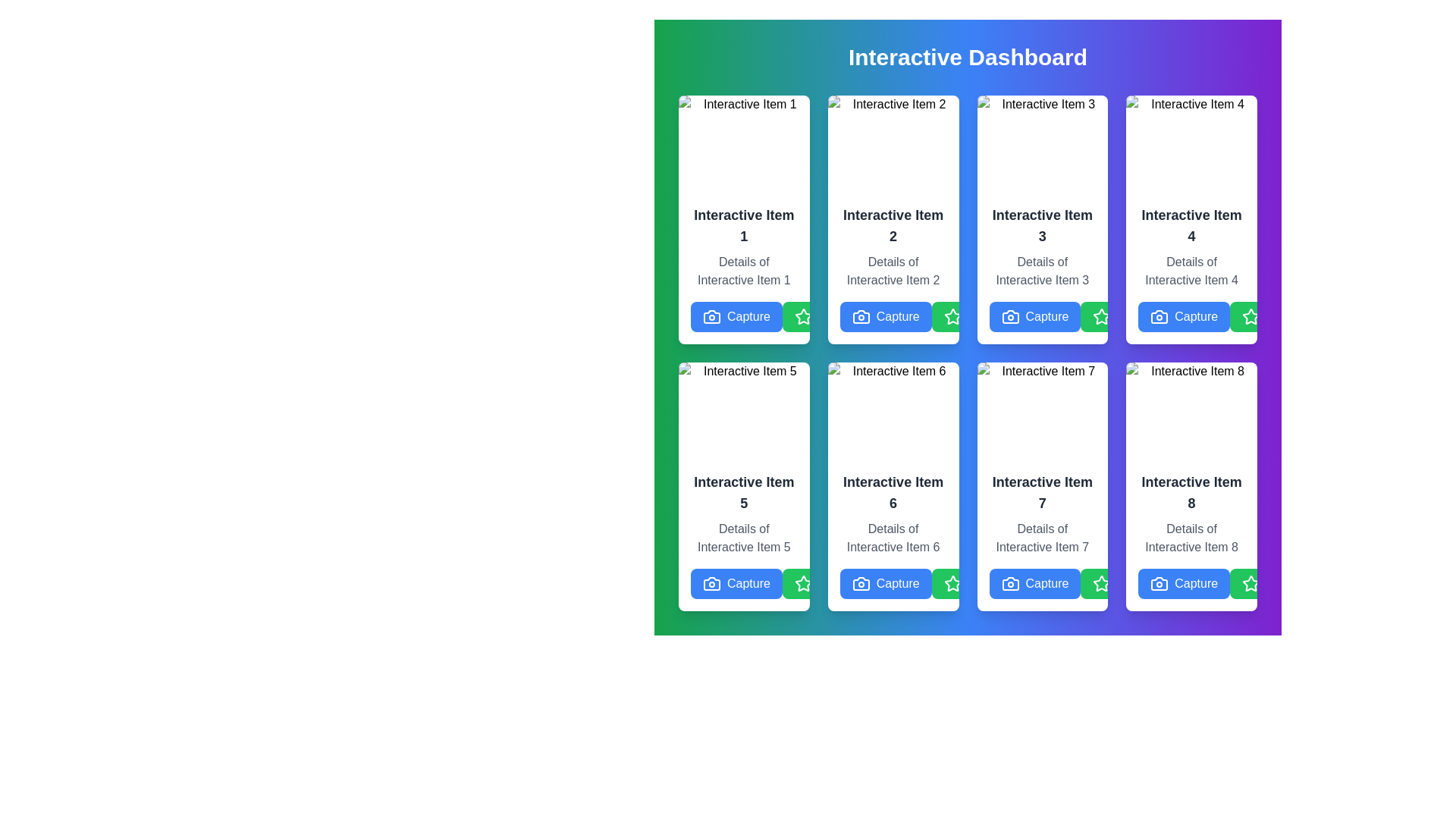 Image resolution: width=1456 pixels, height=819 pixels. Describe the element at coordinates (1041, 537) in the screenshot. I see `the text block displaying 'Details of Interactive Item 7', which is styled as a subtitle directly below the header 'Interactive Item 7'` at that location.